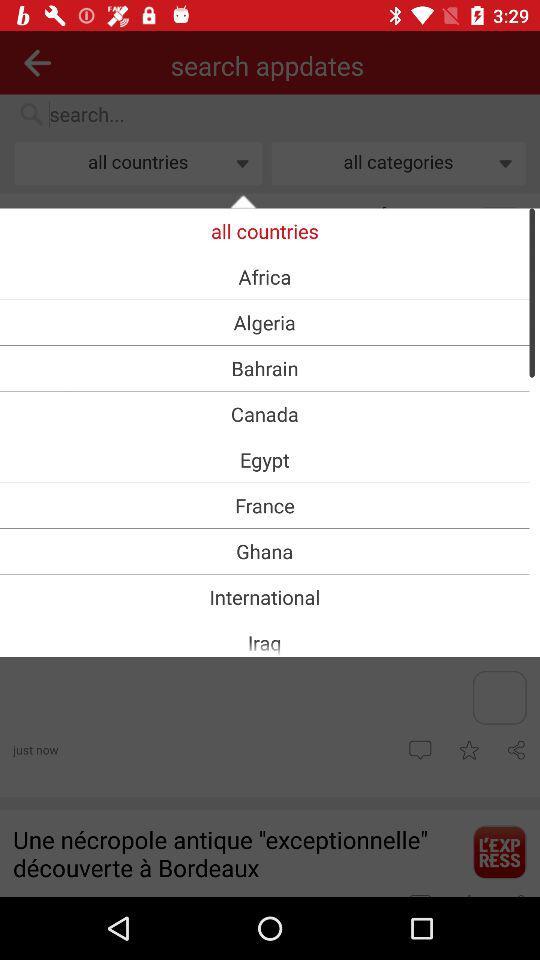 This screenshot has width=540, height=960. What do you see at coordinates (264, 231) in the screenshot?
I see `all countries item` at bounding box center [264, 231].